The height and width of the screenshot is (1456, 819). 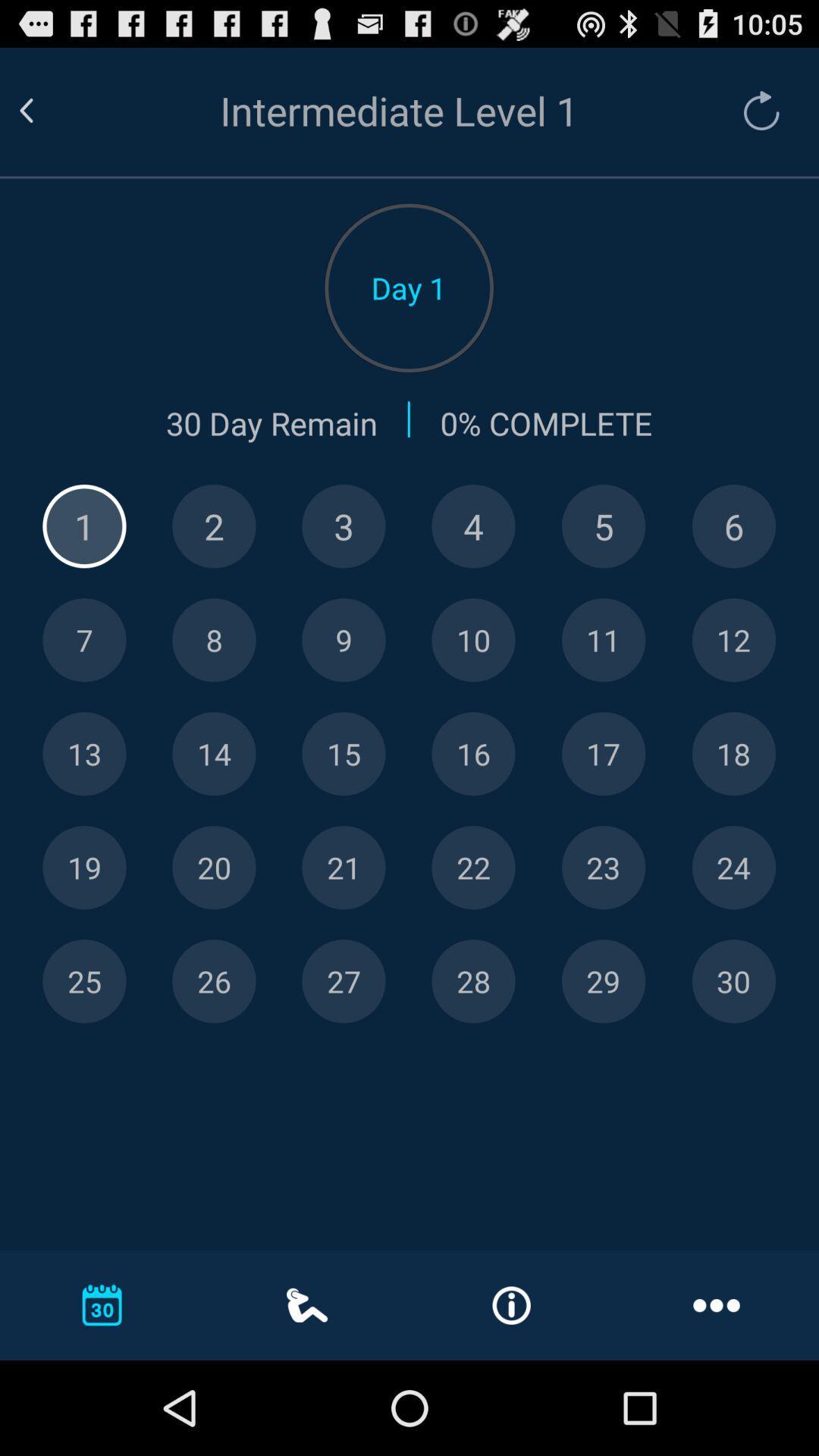 What do you see at coordinates (733, 981) in the screenshot?
I see `day thirty` at bounding box center [733, 981].